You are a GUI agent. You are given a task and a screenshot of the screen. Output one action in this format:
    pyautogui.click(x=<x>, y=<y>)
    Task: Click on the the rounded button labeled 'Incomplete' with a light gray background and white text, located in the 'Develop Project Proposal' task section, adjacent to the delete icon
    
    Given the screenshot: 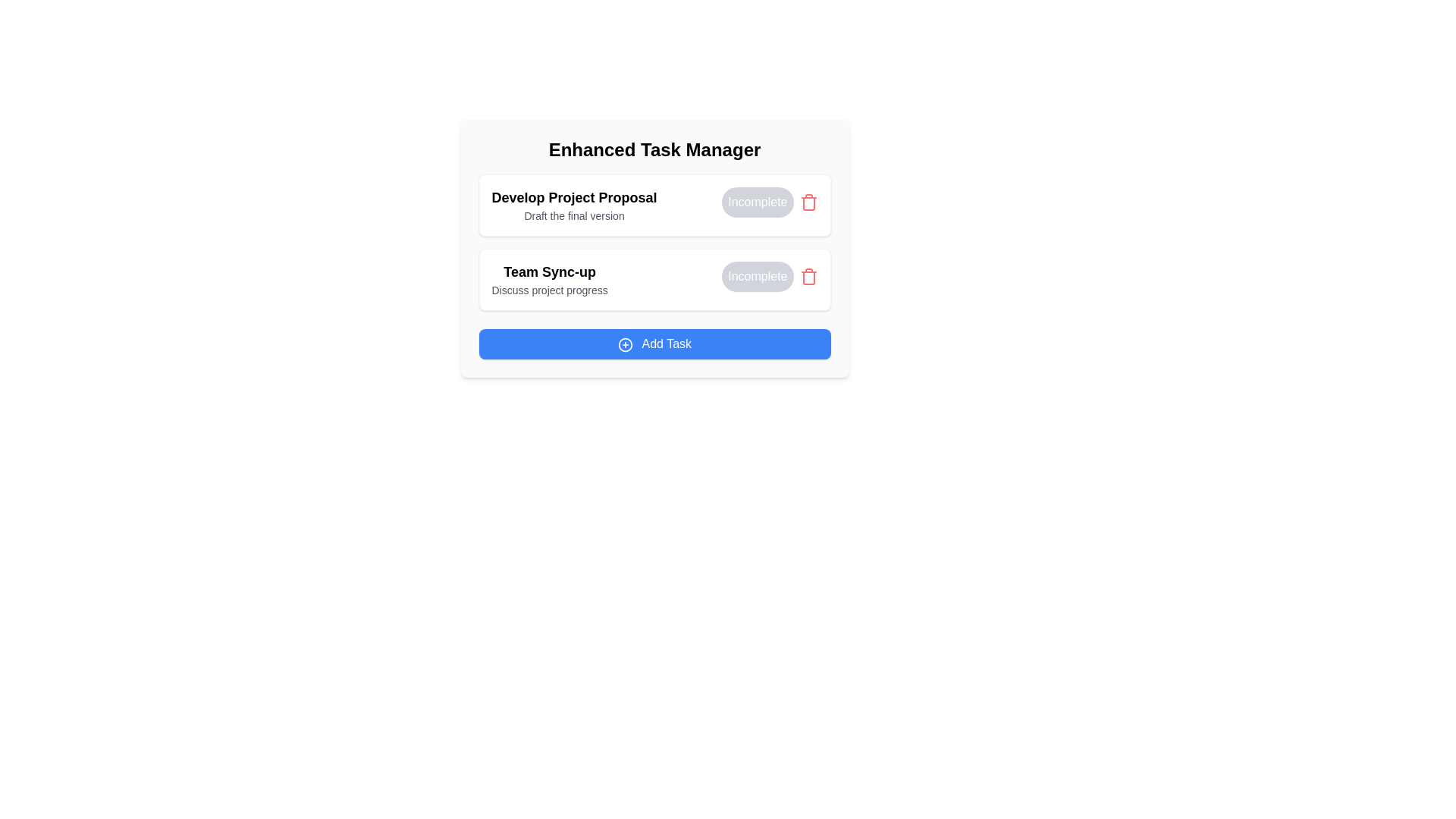 What is the action you would take?
    pyautogui.click(x=770, y=201)
    